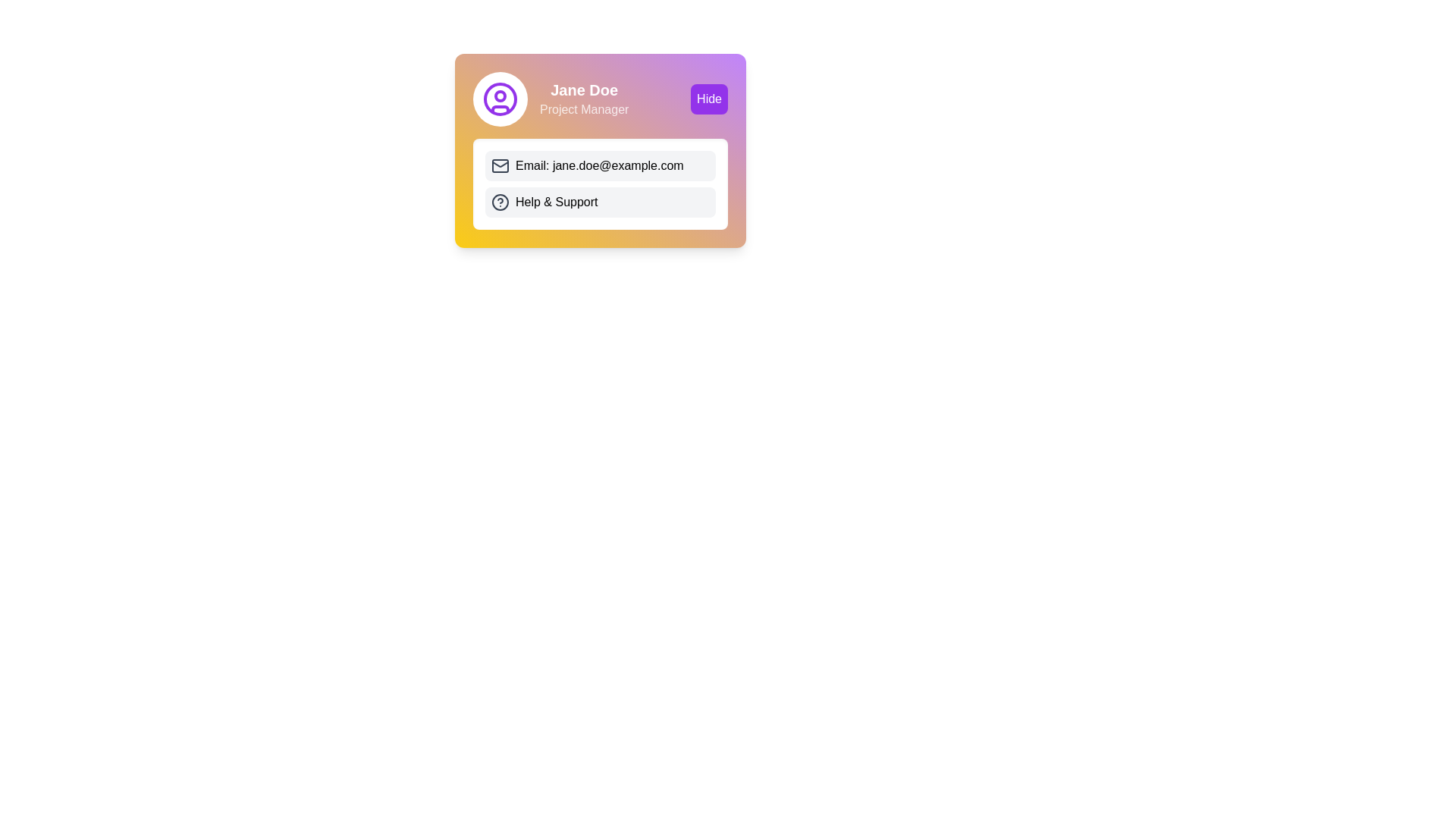  What do you see at coordinates (500, 96) in the screenshot?
I see `the small purple circle located within the upper part of the user profile icon on the left side of the card layout` at bounding box center [500, 96].